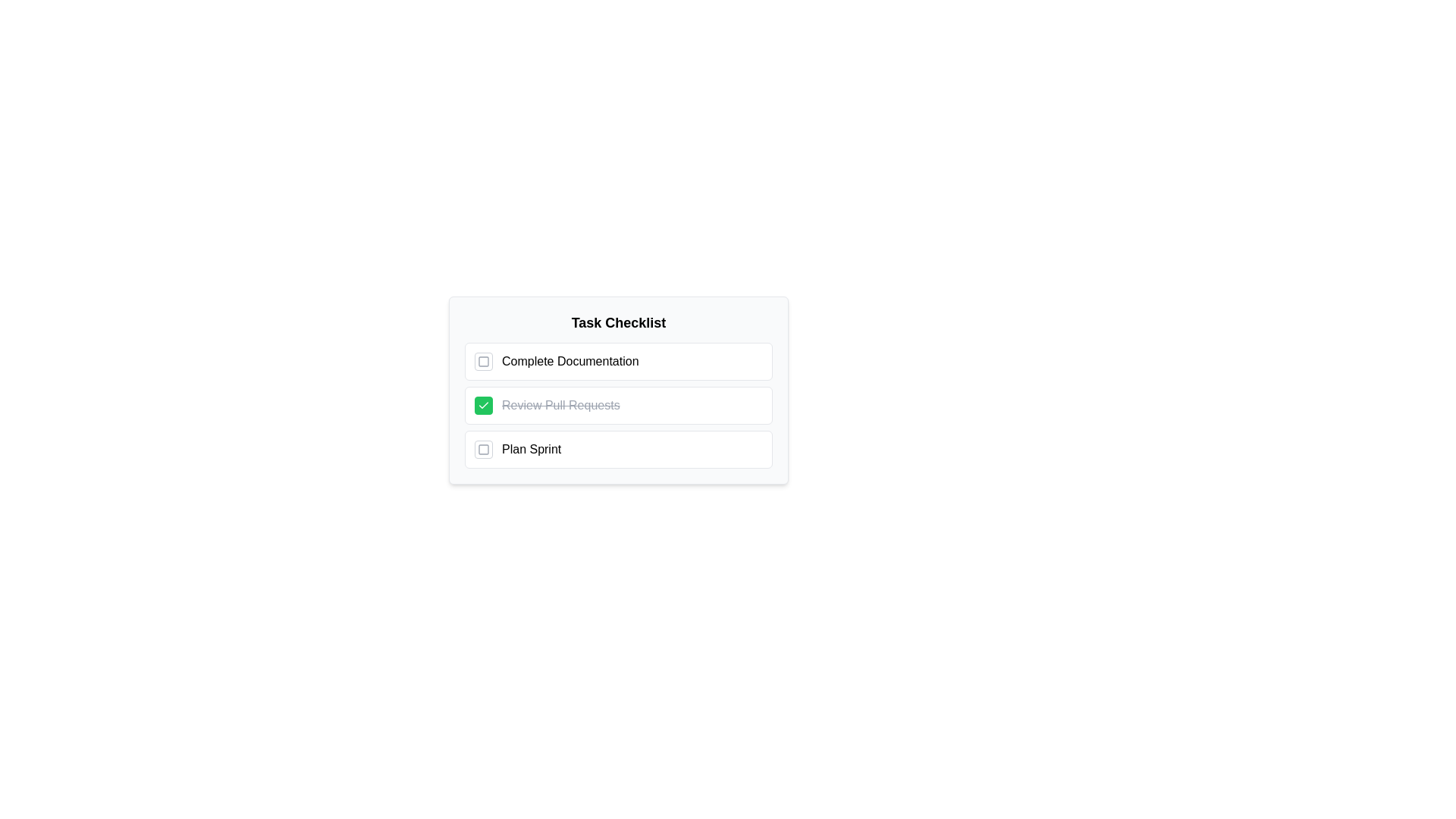  I want to click on the 'completed' status button for the 'Review Pull Requests' task to trigger hints or animations, so click(483, 405).